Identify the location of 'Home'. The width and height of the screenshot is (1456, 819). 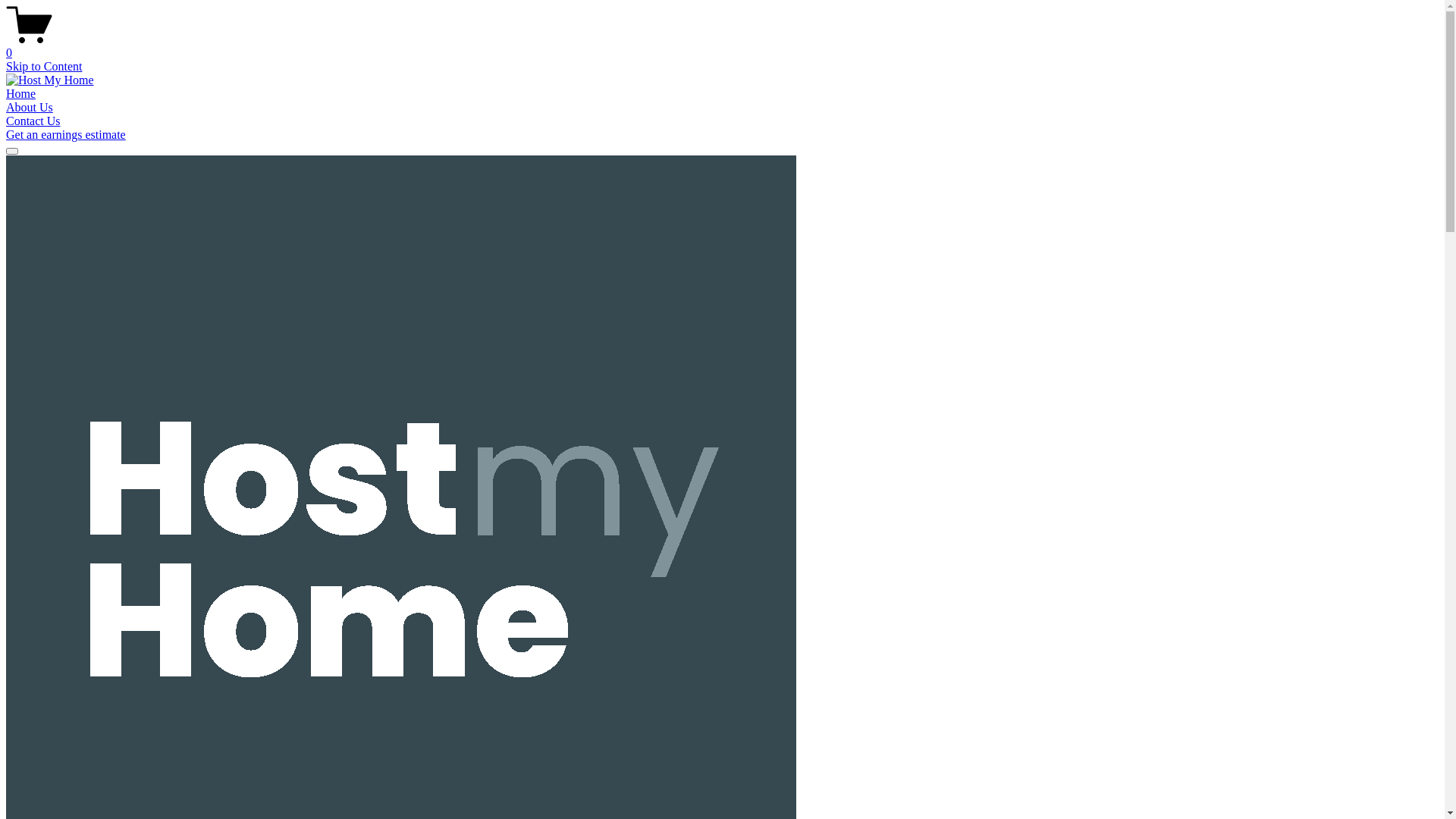
(20, 93).